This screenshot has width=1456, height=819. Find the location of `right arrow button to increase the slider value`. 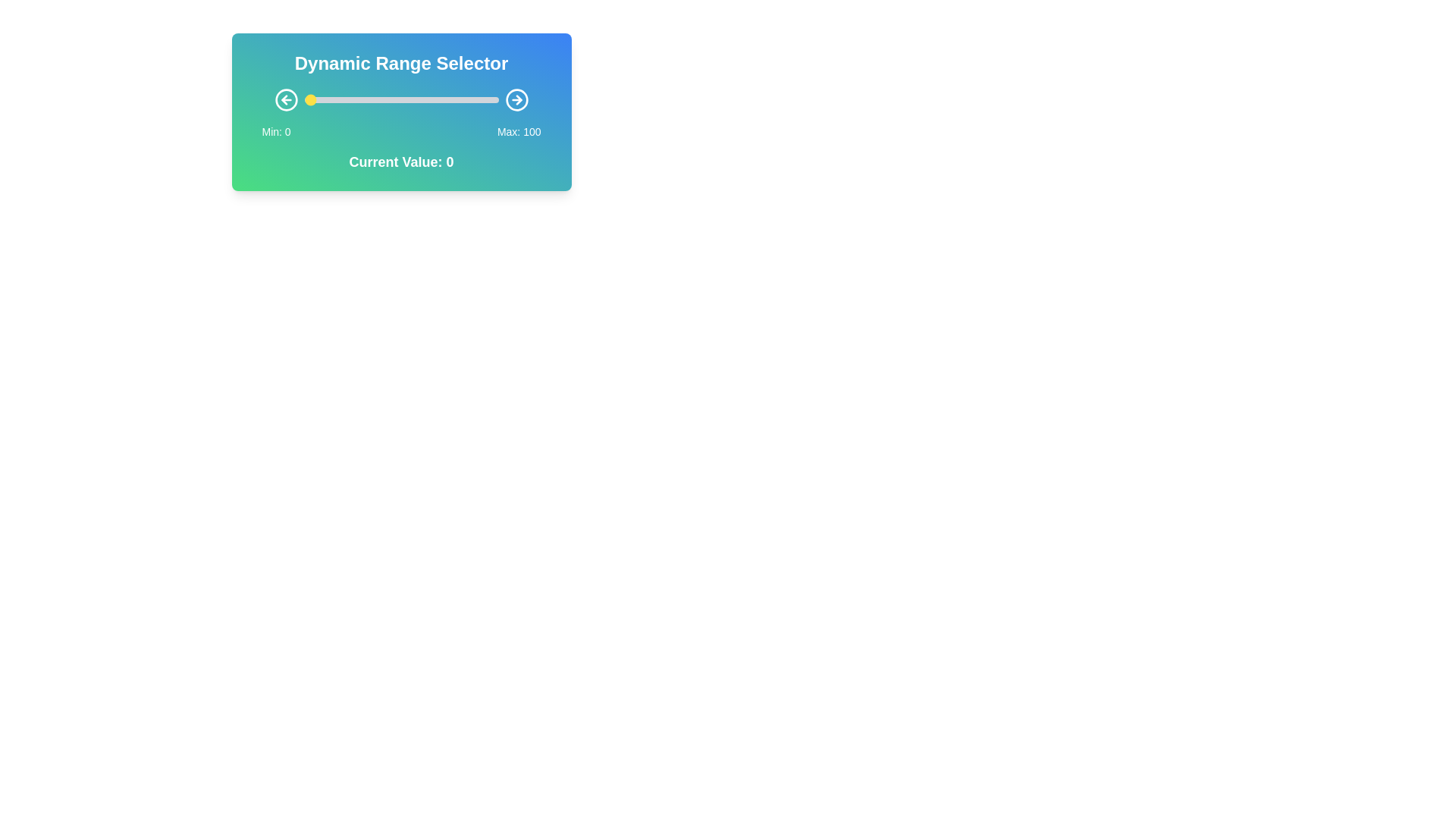

right arrow button to increase the slider value is located at coordinates (516, 99).